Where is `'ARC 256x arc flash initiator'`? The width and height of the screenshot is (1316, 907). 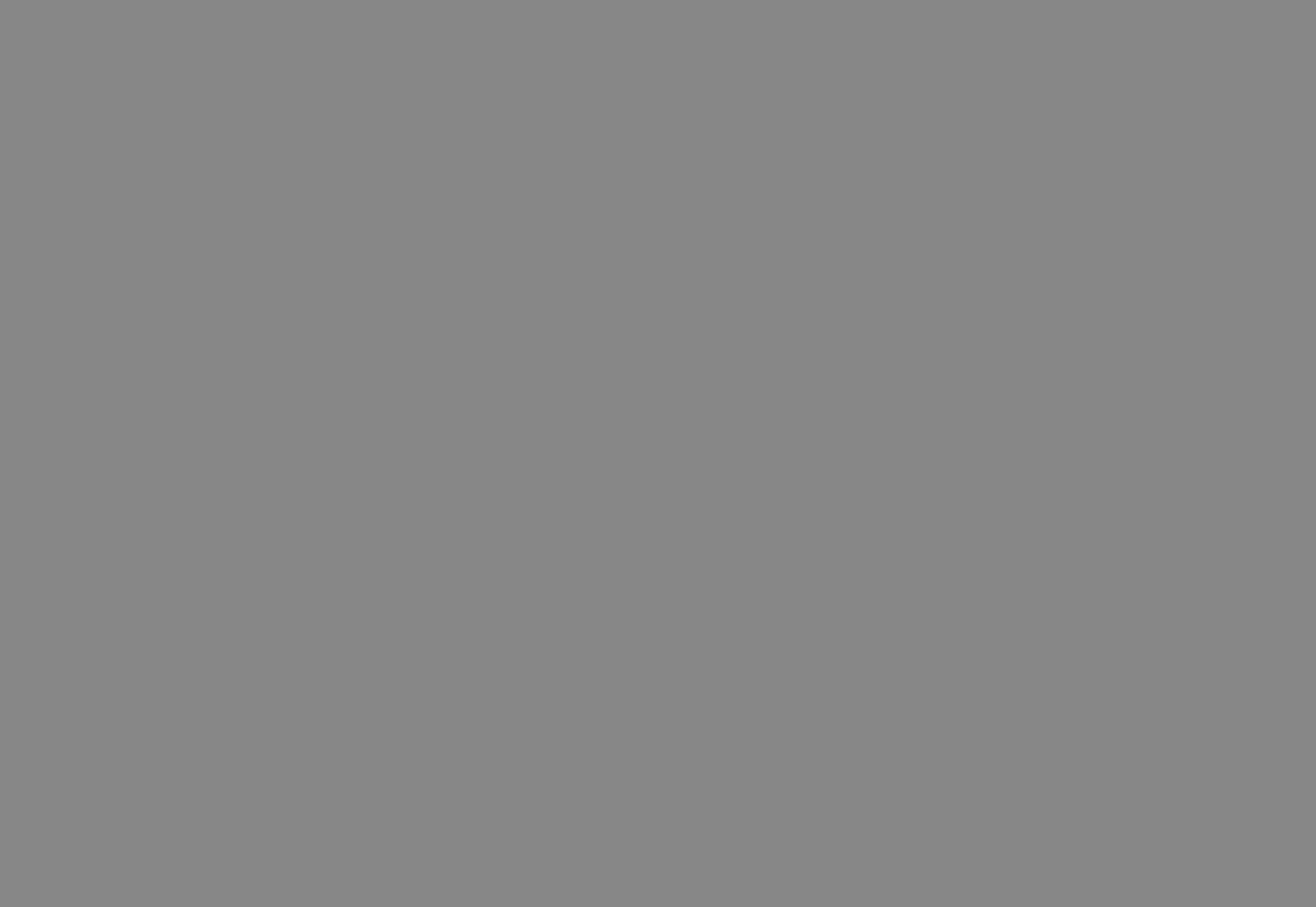 'ARC 256x arc flash initiator' is located at coordinates (231, 306).